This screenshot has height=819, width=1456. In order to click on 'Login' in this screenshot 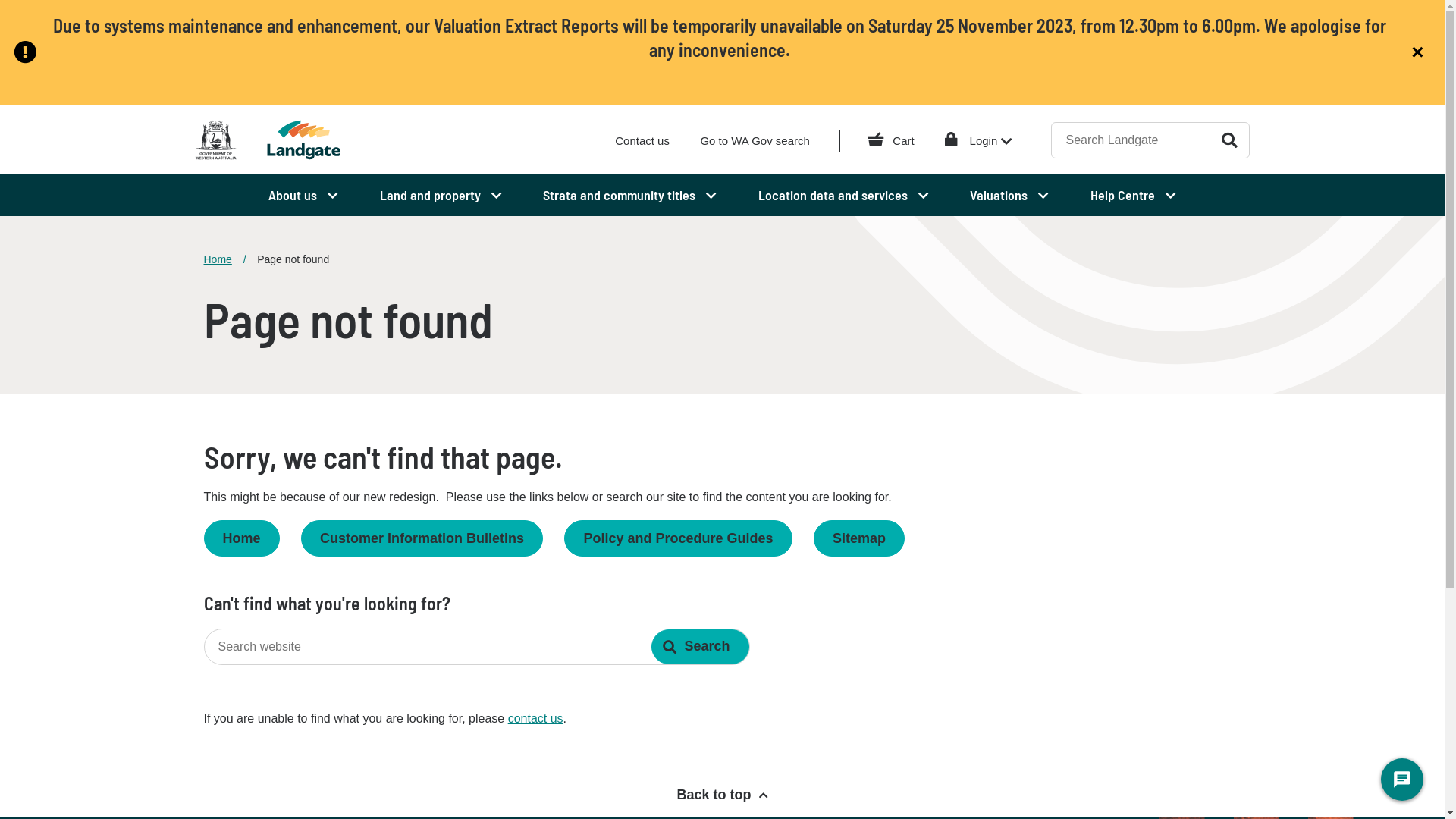, I will do `click(991, 140)`.